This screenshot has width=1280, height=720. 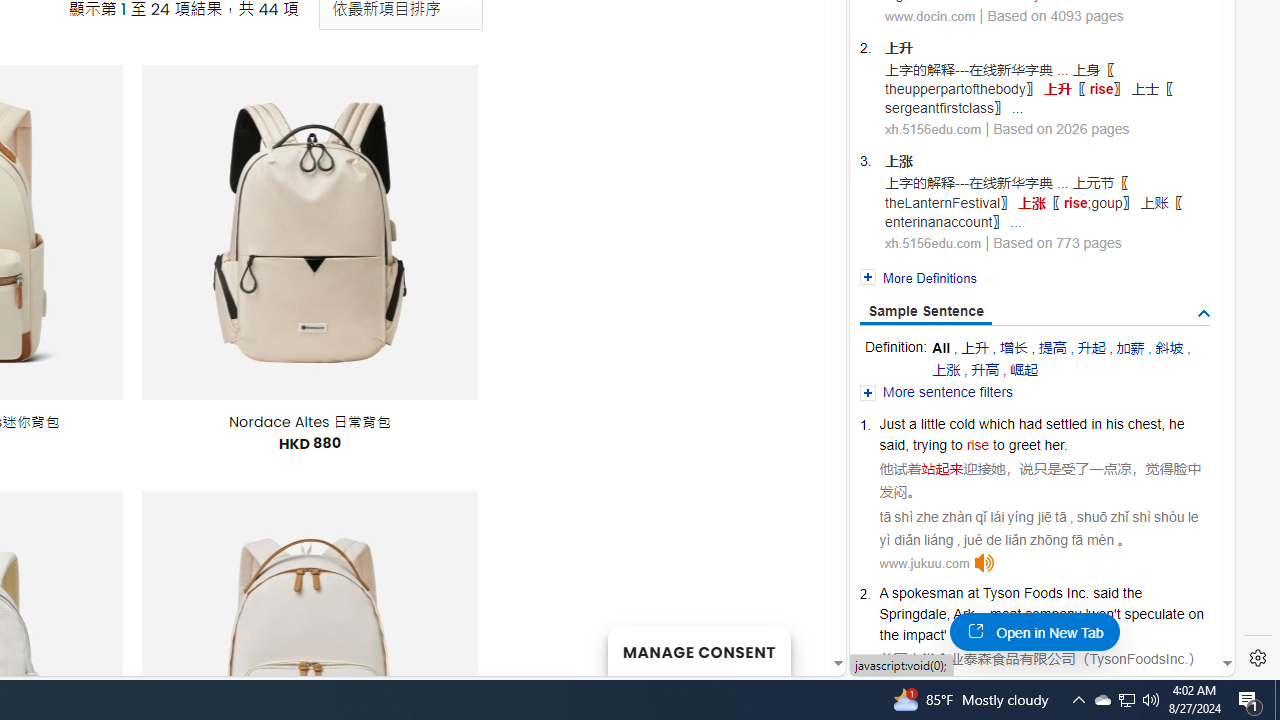 I want to click on 'www.docin.com', so click(x=928, y=15).